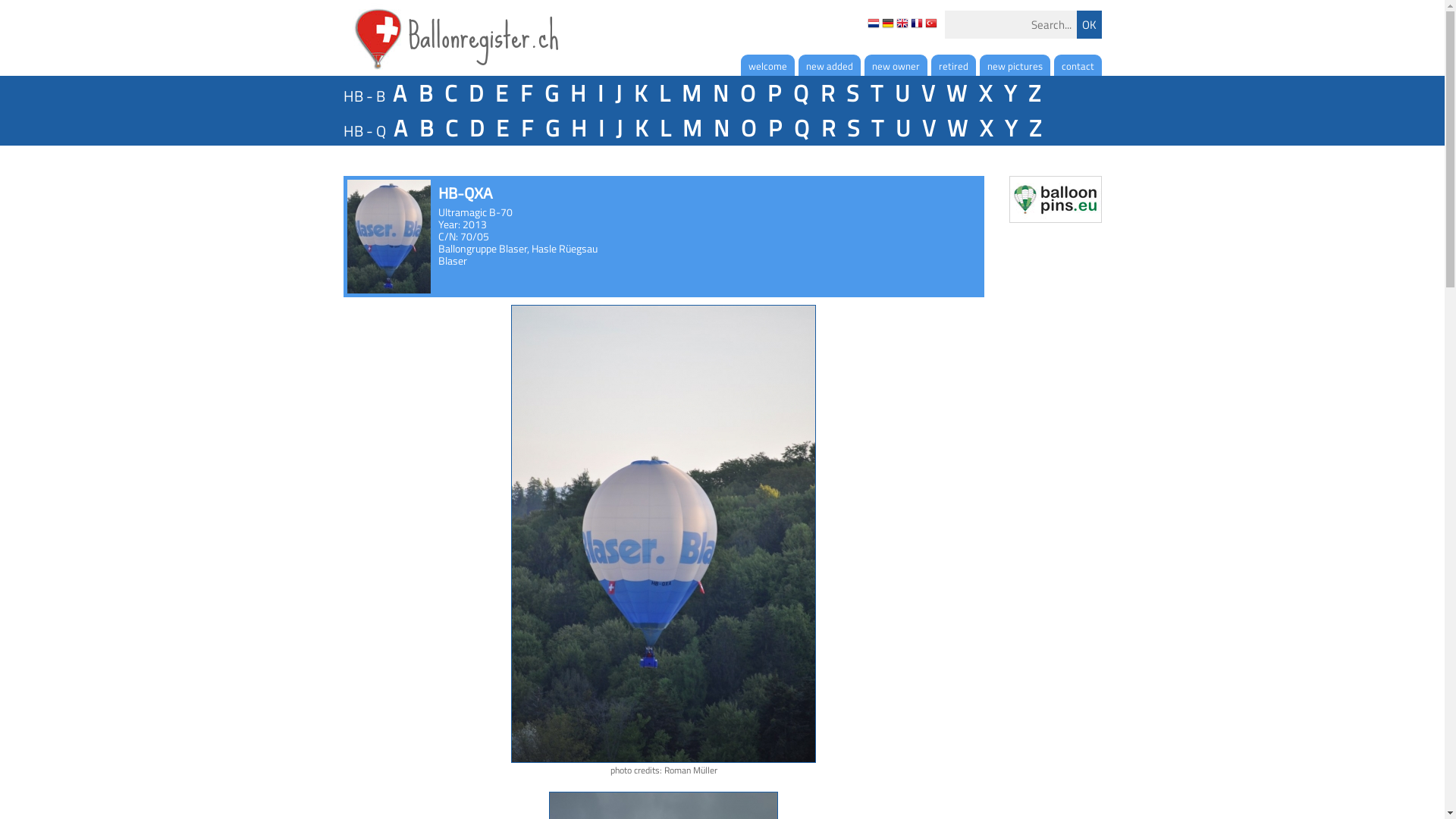 The height and width of the screenshot is (819, 1456). Describe the element at coordinates (1033, 93) in the screenshot. I see `'Z'` at that location.